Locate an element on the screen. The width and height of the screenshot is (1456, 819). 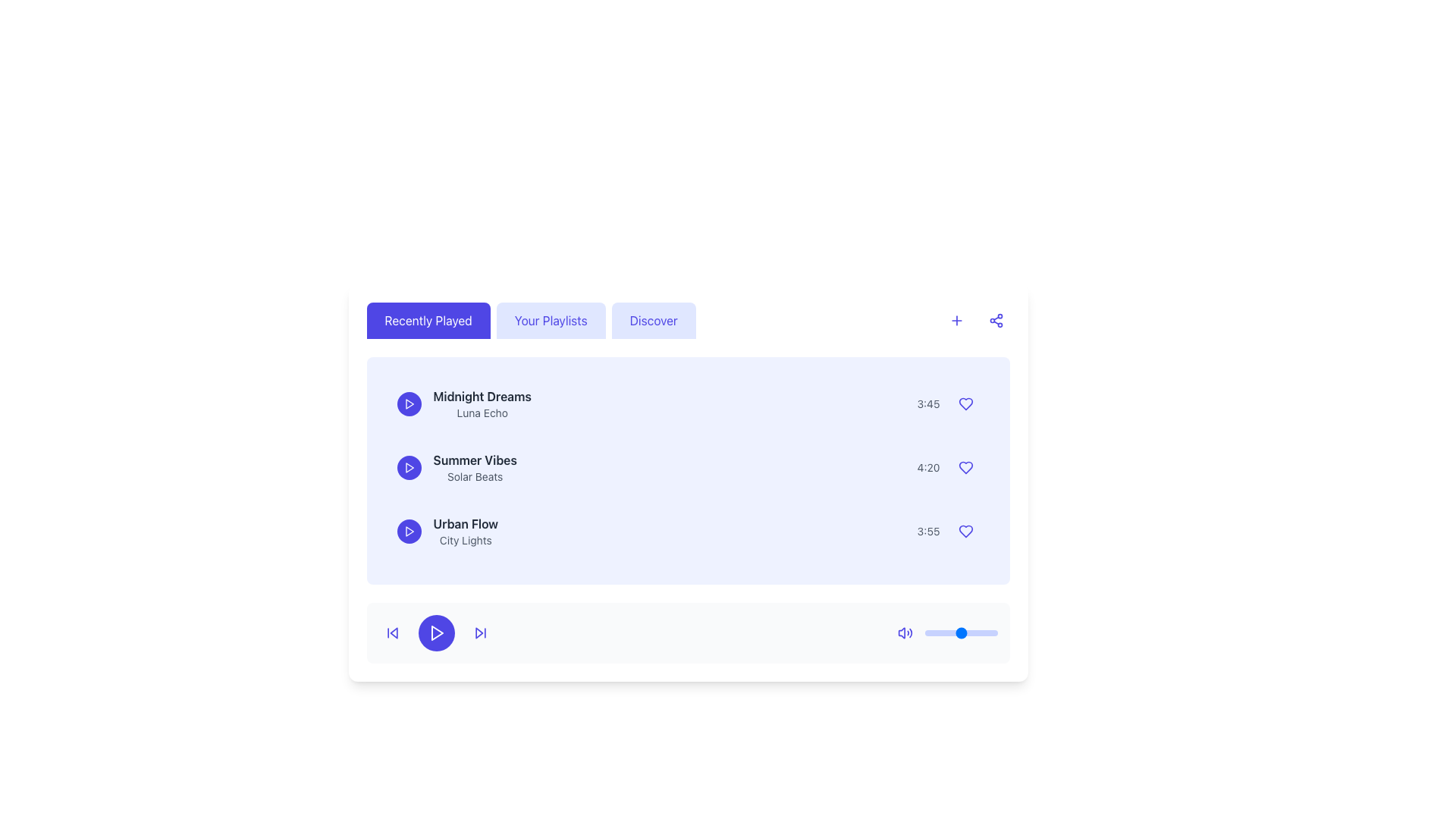
the triangular 'Play' icon button located in the bottom control section of the interface is located at coordinates (409, 531).